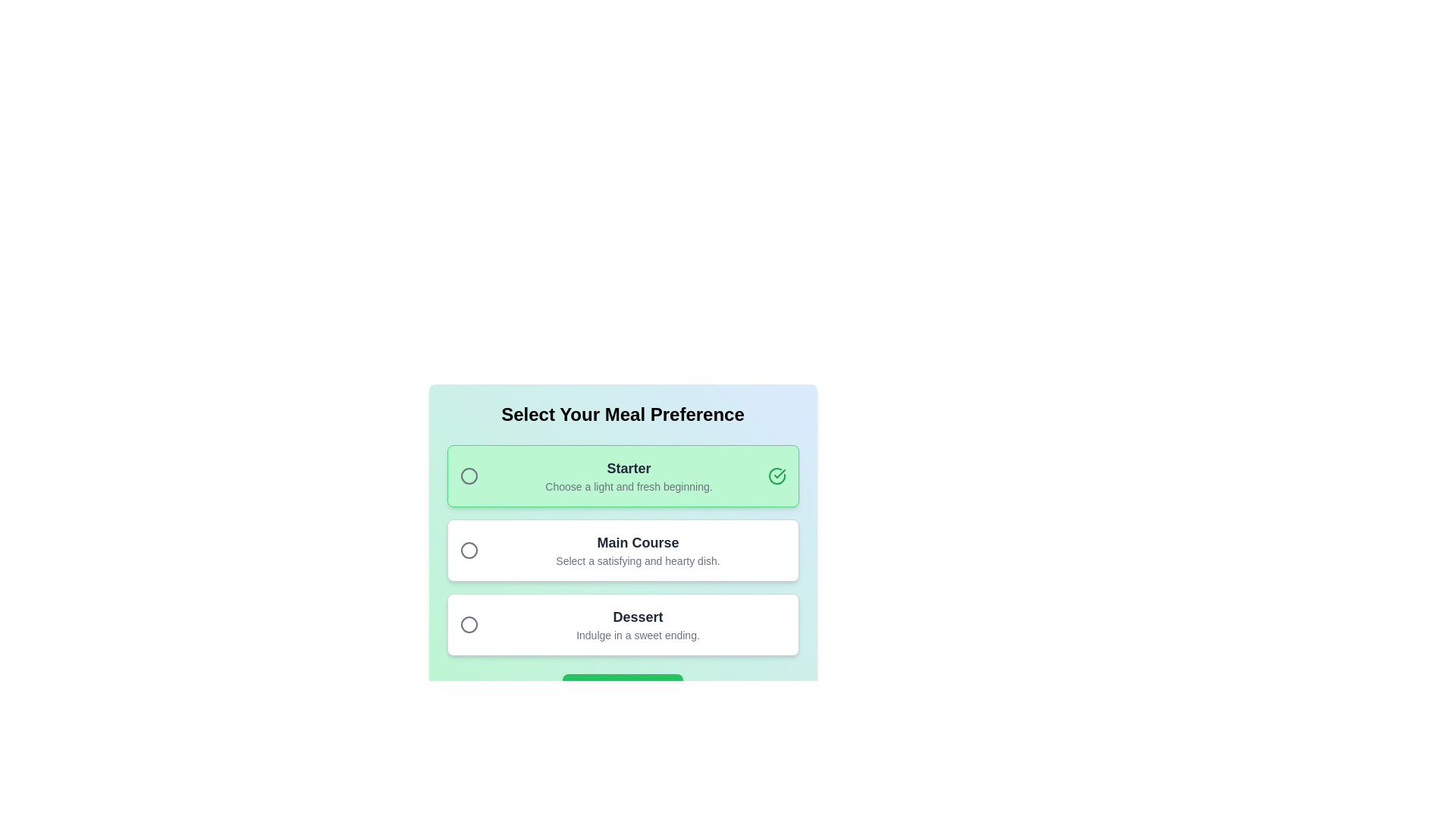 Image resolution: width=1456 pixels, height=819 pixels. Describe the element at coordinates (623, 553) in the screenshot. I see `the main course selection card, which is the second card in the vertical stack of three meal preference options` at that location.